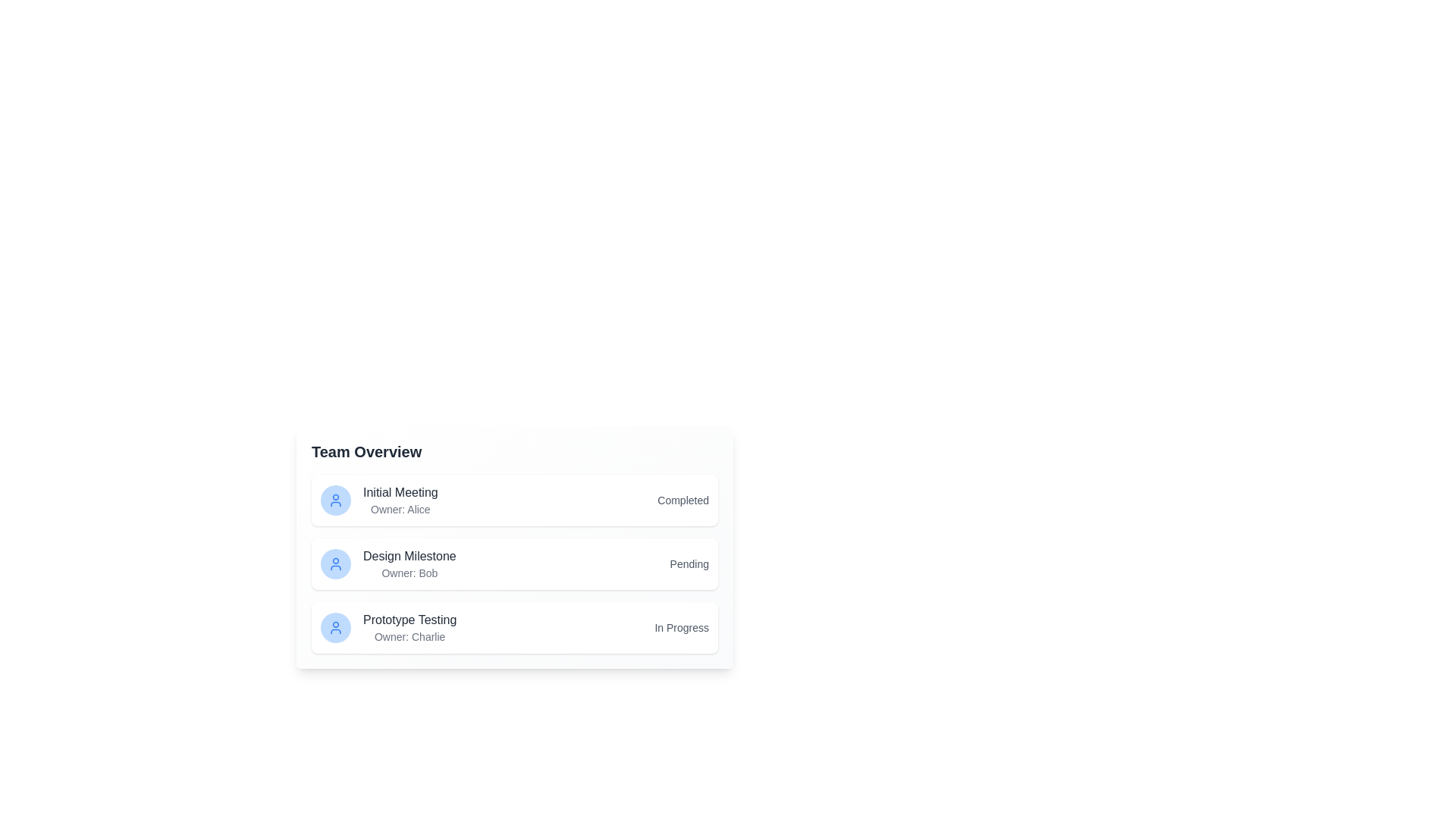 This screenshot has height=819, width=1456. I want to click on the task item in the 'Team Overview' list that shows the title and owner's name, so click(388, 628).